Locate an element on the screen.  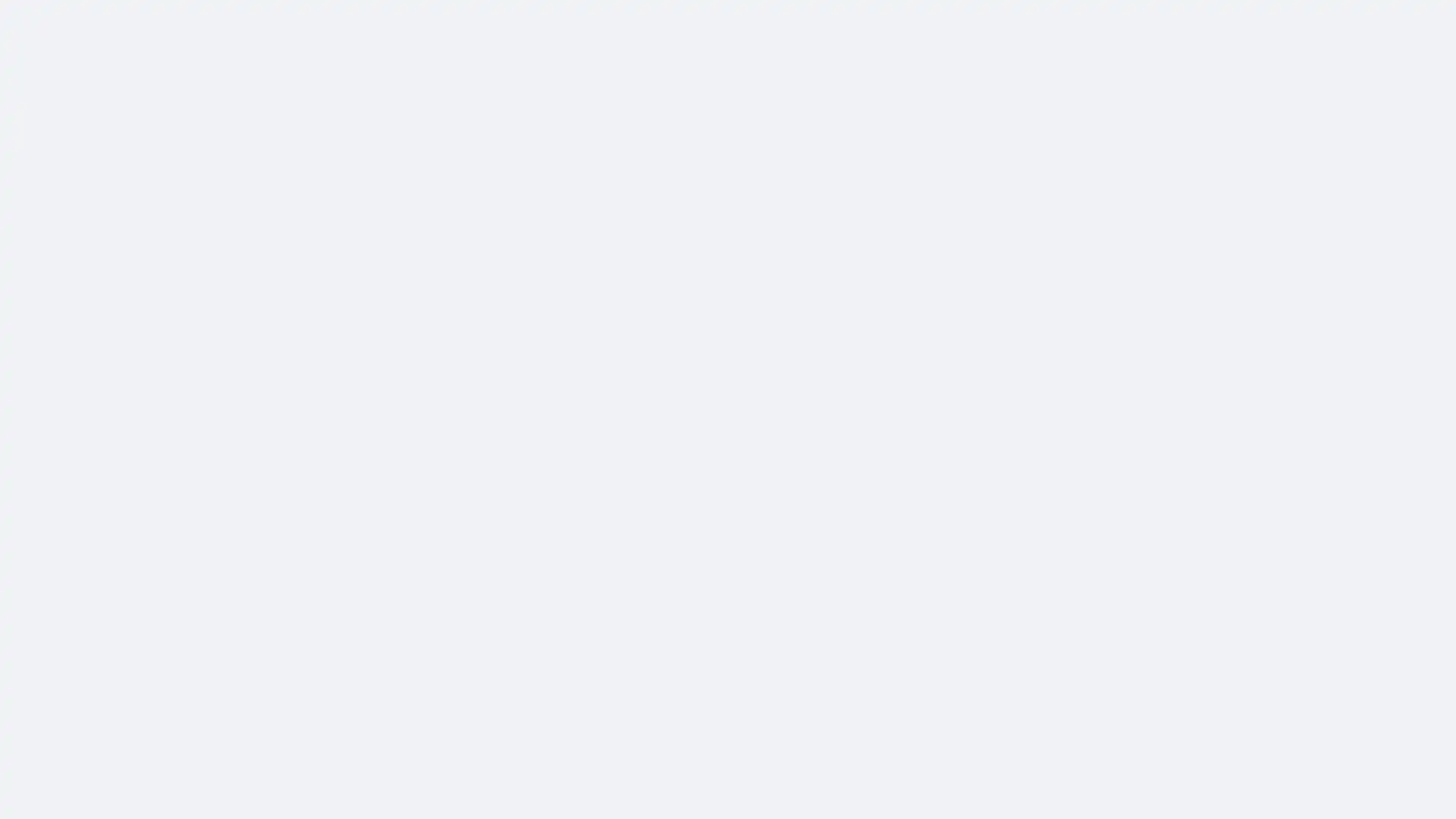
See all is located at coordinates (637, 693).